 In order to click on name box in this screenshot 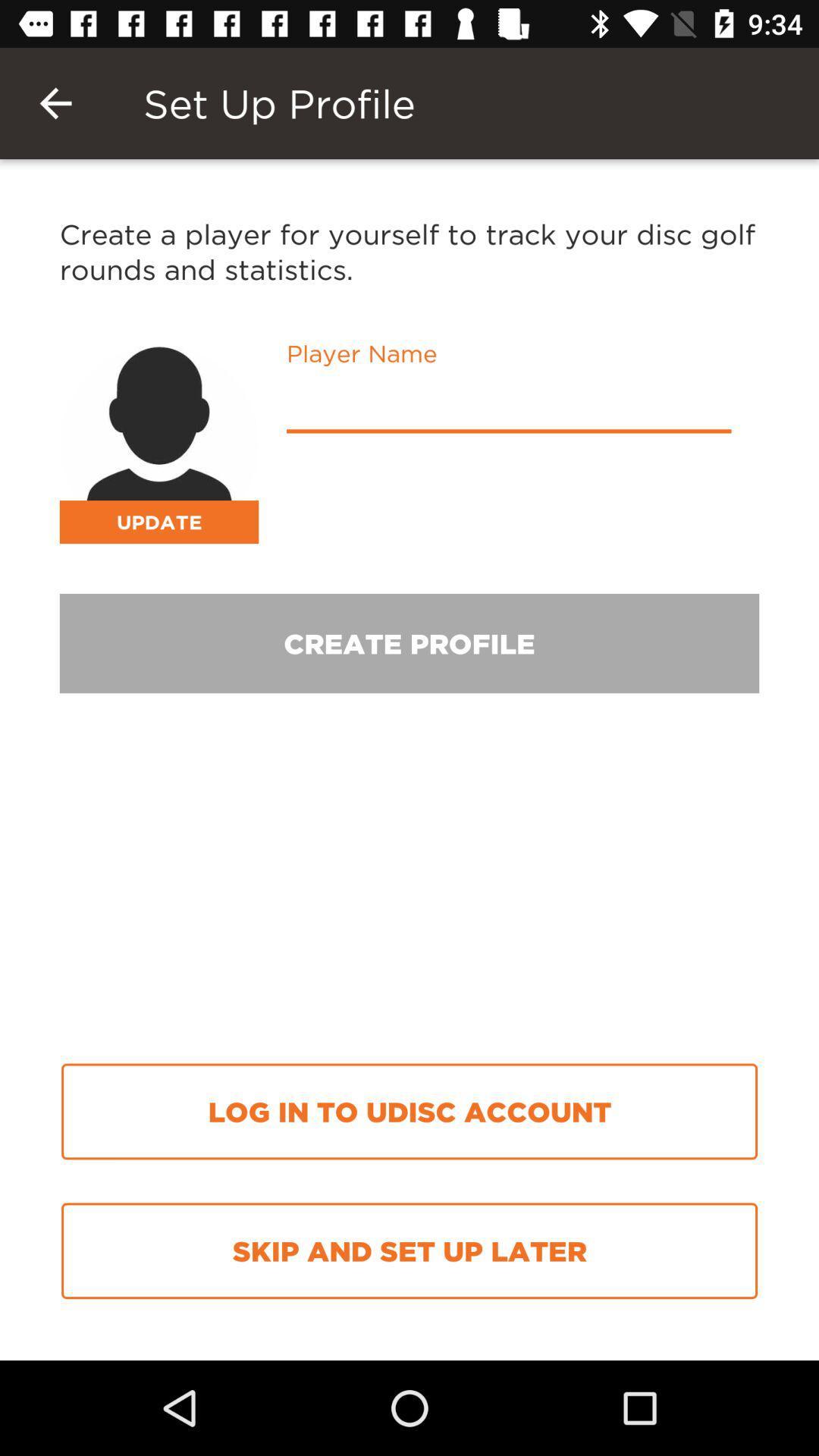, I will do `click(509, 406)`.